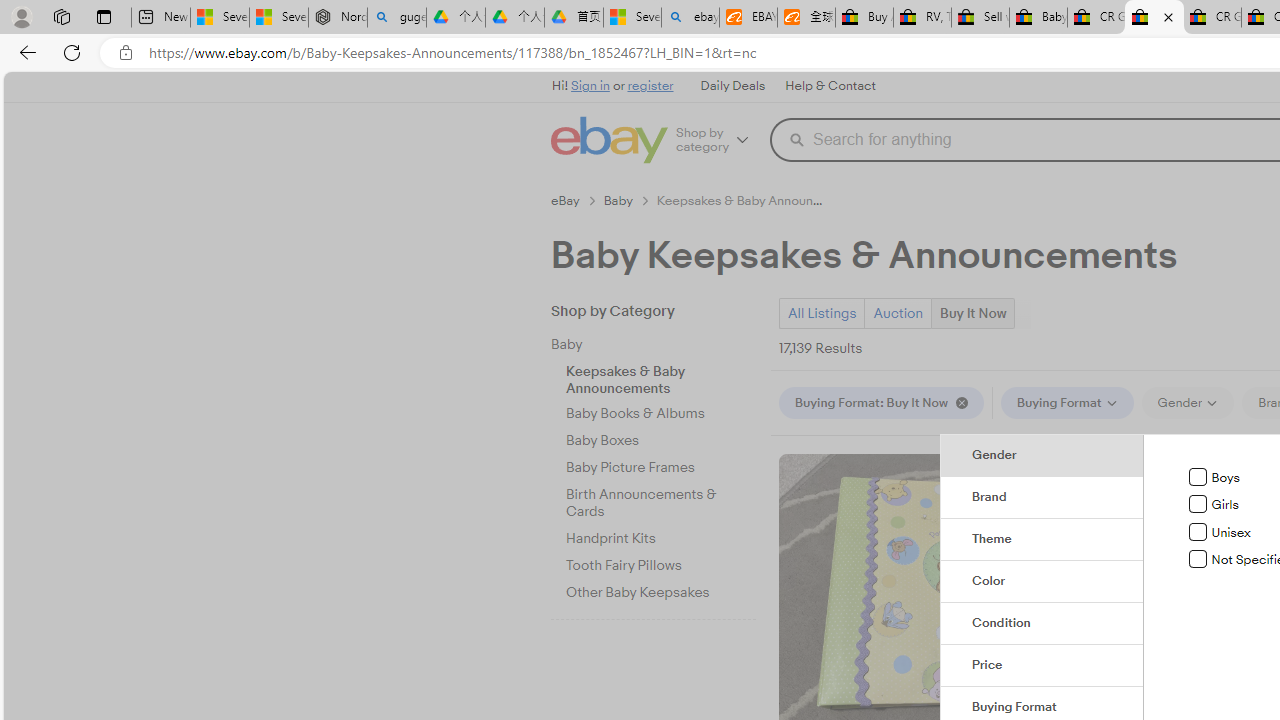  I want to click on 'Boys', so click(1198, 477).